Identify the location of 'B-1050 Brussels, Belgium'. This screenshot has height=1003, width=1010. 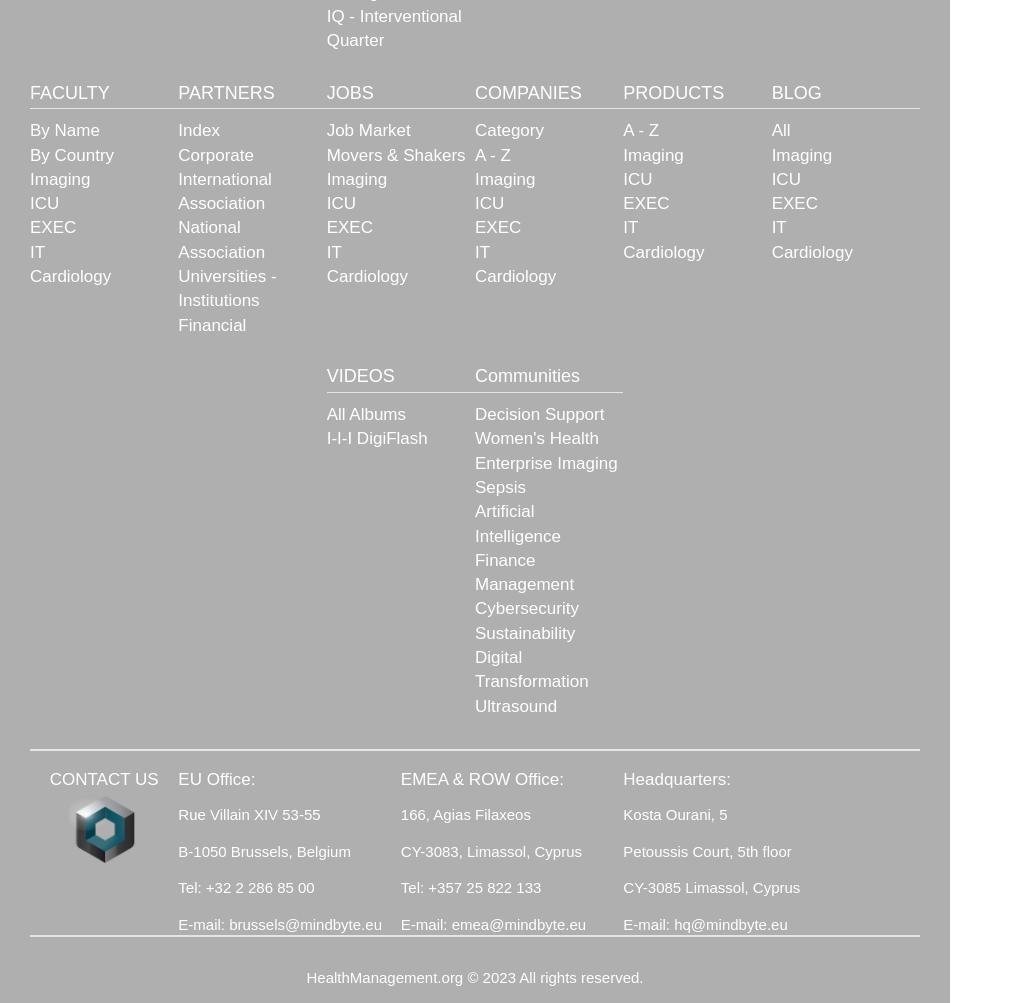
(176, 850).